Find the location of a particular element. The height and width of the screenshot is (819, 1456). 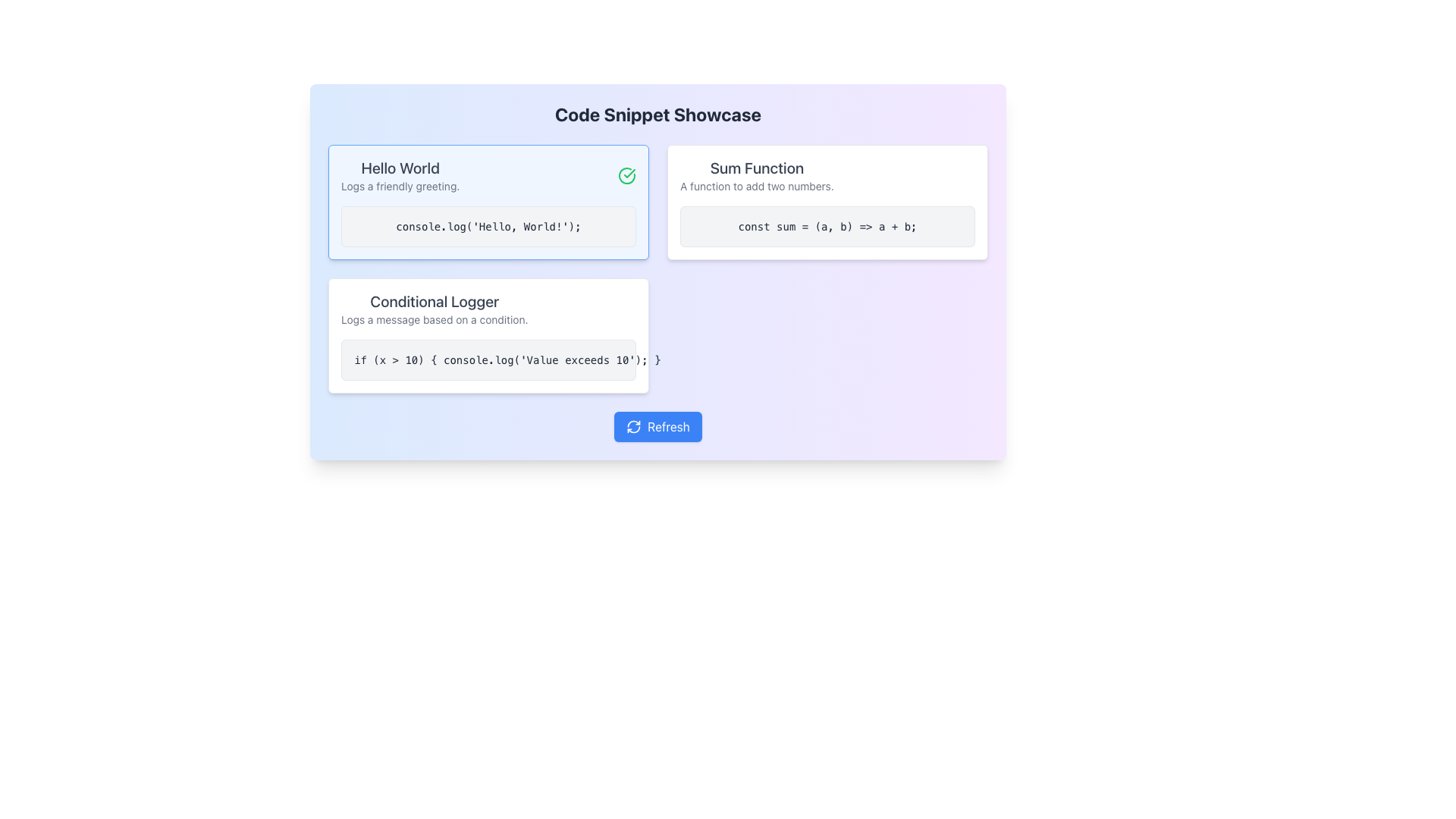

the button containing the refresh icon located at the bottom center of the interface, to the left of the 'Refresh' text label for keyboard navigation is located at coordinates (634, 427).